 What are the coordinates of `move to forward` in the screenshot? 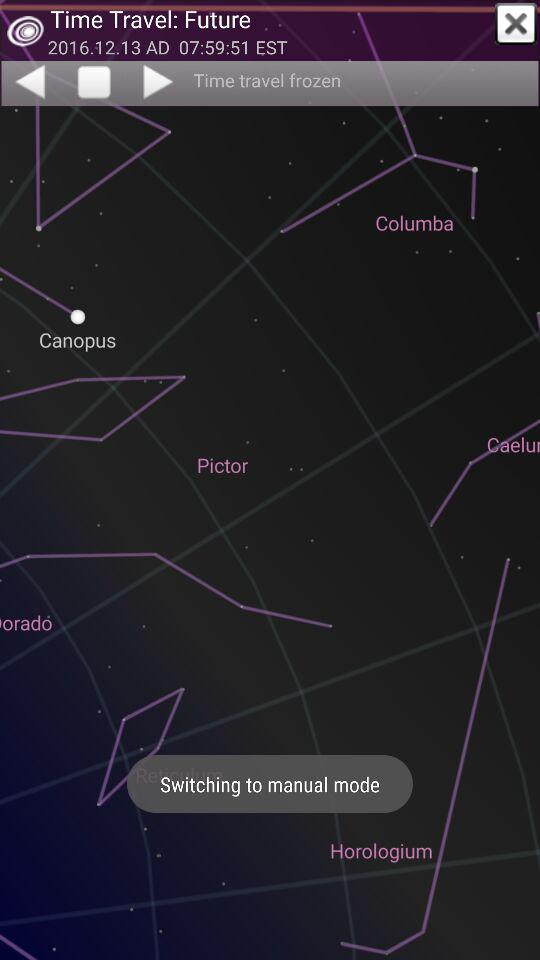 It's located at (159, 81).